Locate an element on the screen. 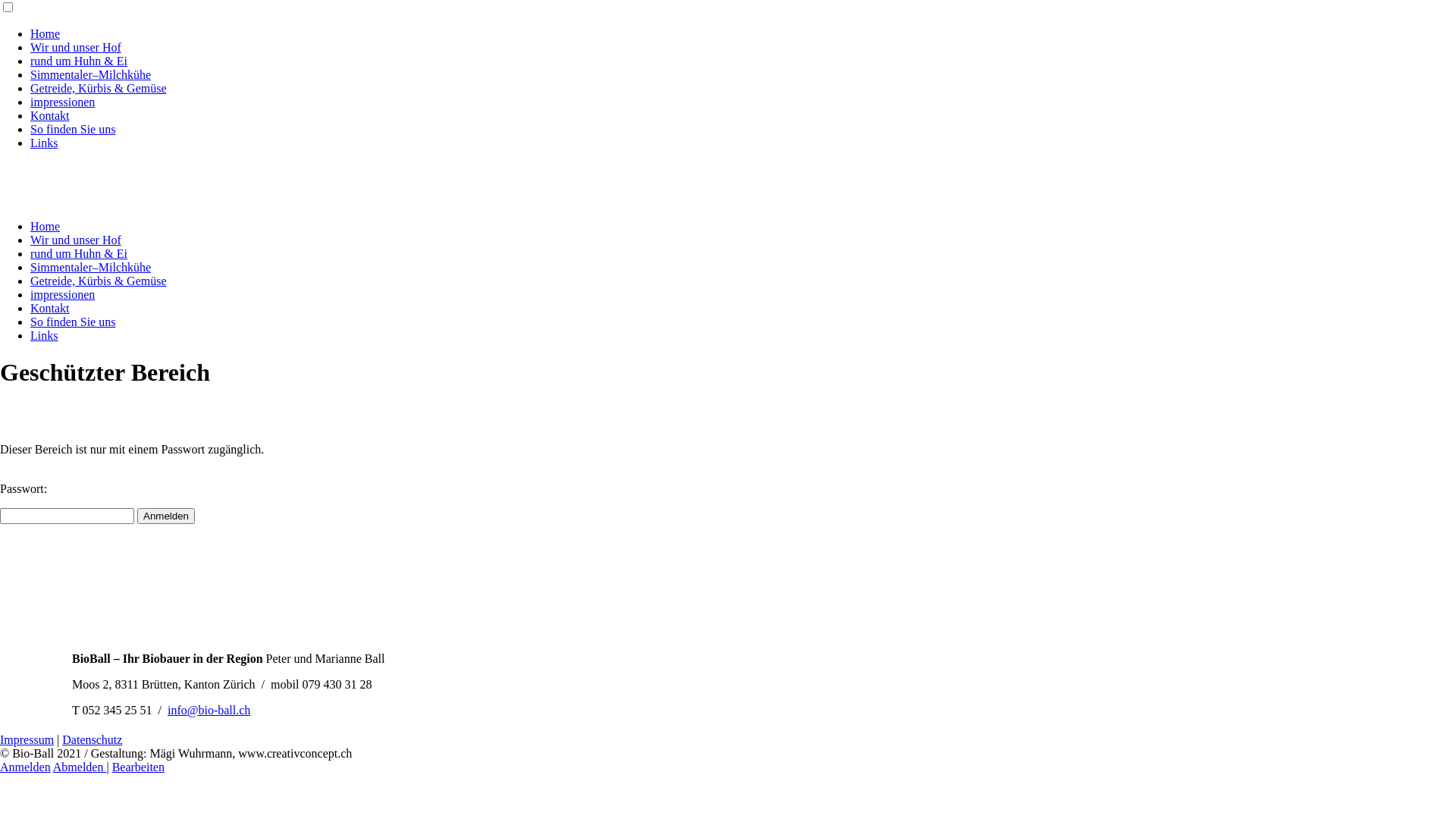 The height and width of the screenshot is (819, 1456). 'Kontakt' is located at coordinates (50, 115).